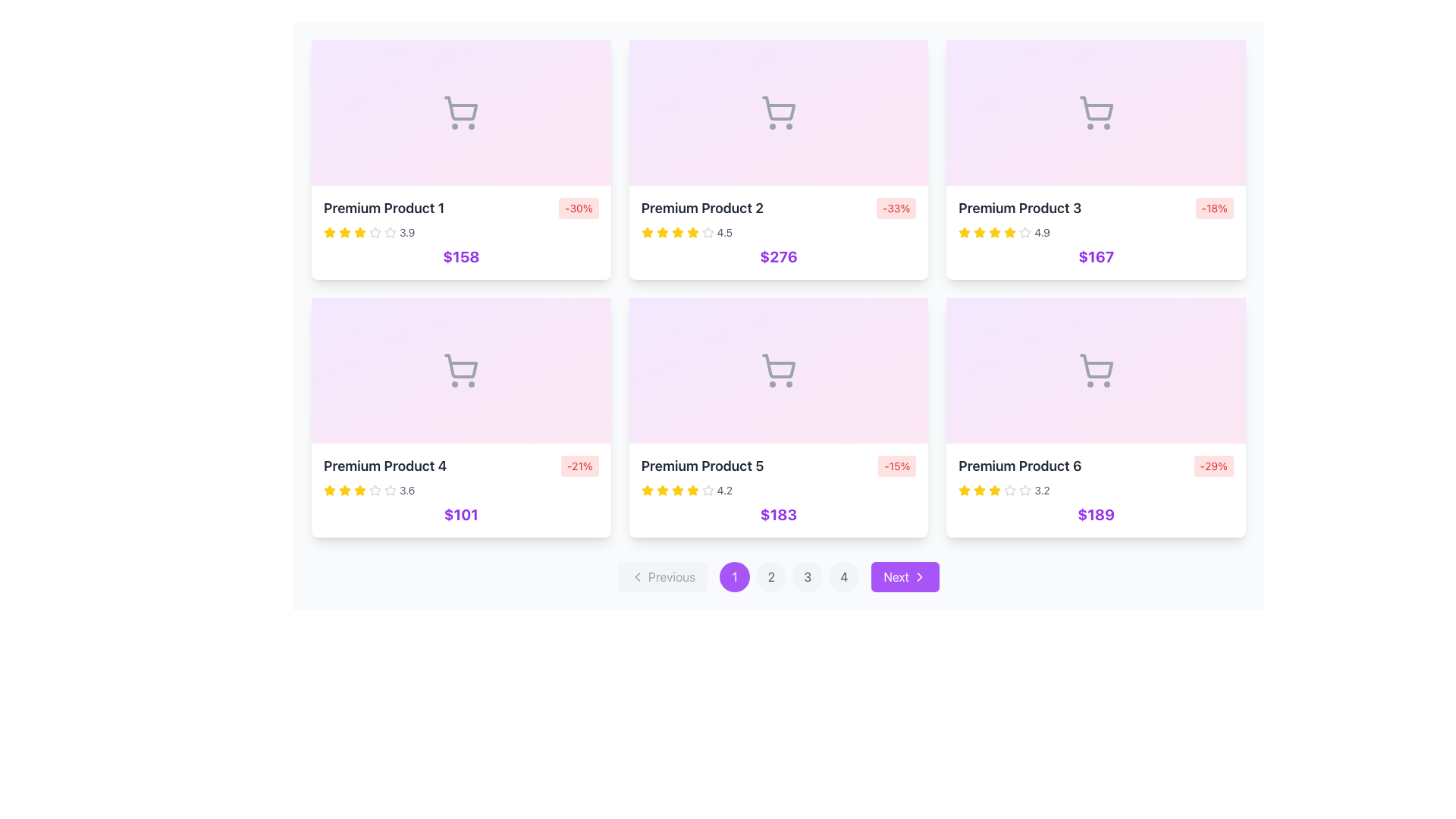  What do you see at coordinates (779, 112) in the screenshot?
I see `the shopping cart icon with a thin, rounded outline located in the second card (Premium Product 2) of the upper row in a 2x3 grid layout` at bounding box center [779, 112].